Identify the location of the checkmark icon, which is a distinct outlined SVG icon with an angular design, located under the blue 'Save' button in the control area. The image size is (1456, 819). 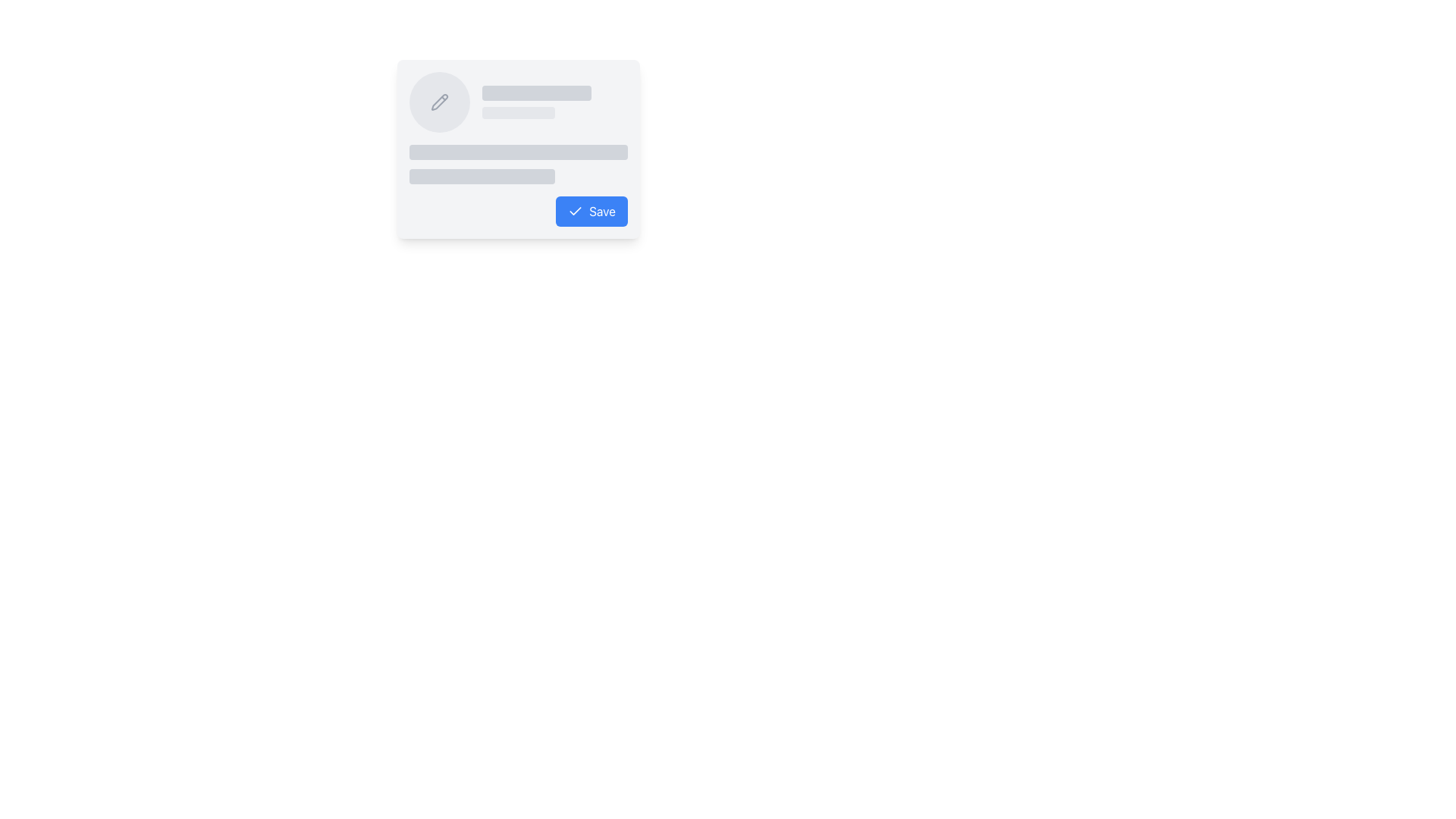
(574, 211).